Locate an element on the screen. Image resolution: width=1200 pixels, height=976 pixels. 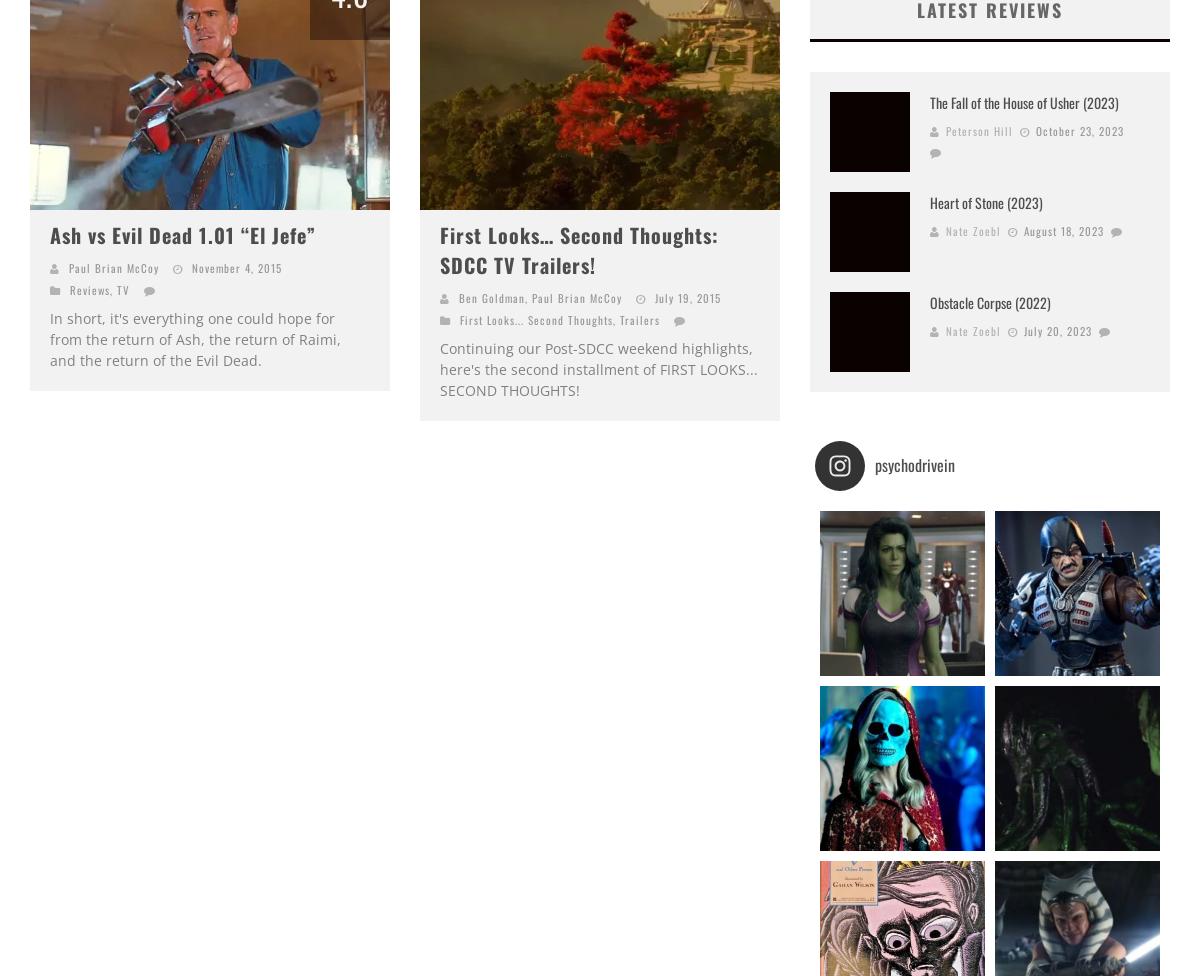
'November 4, 2015' is located at coordinates (236, 268).